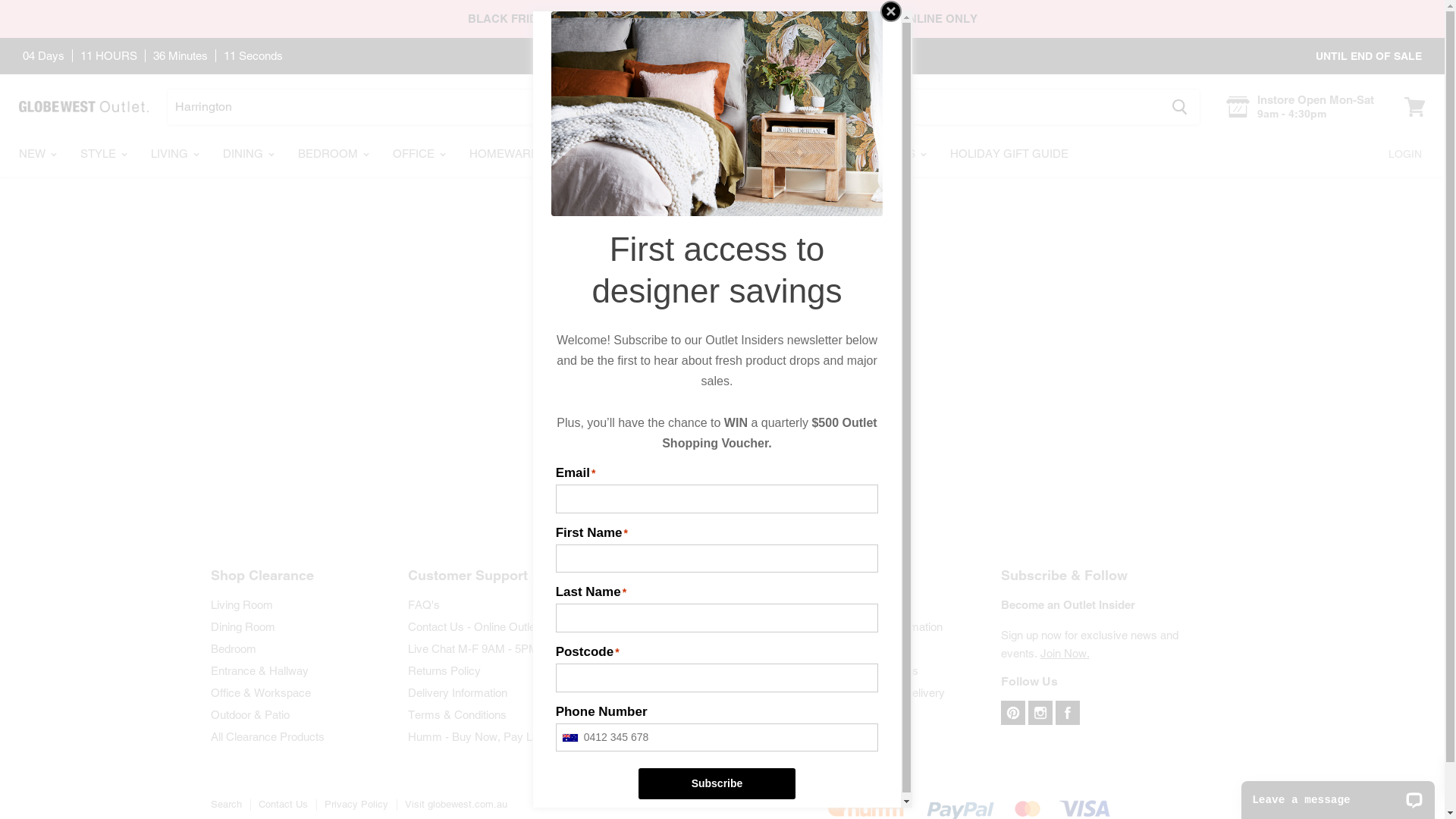 The image size is (1456, 819). What do you see at coordinates (407, 714) in the screenshot?
I see `'Terms & Conditions'` at bounding box center [407, 714].